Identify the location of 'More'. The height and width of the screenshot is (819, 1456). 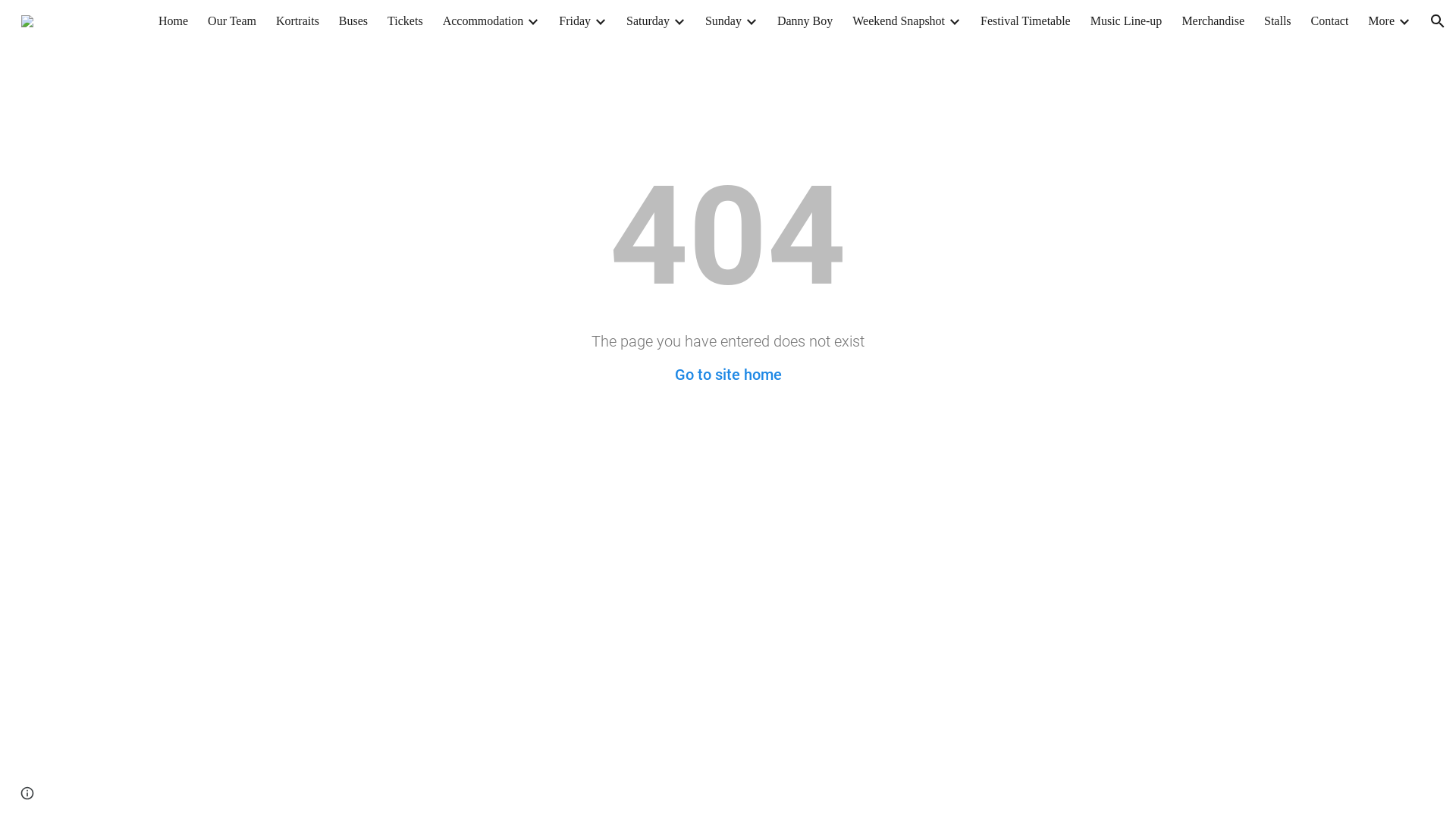
(1381, 20).